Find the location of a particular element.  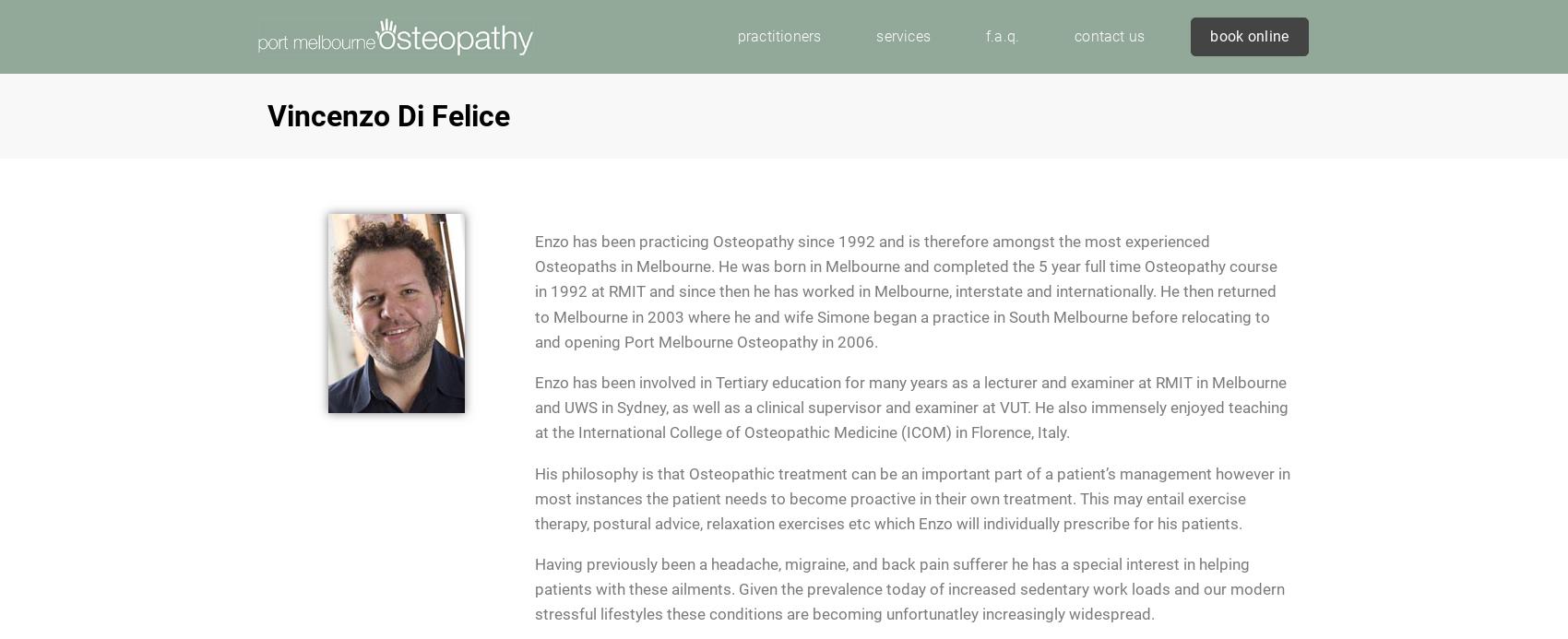

'services' is located at coordinates (902, 35).